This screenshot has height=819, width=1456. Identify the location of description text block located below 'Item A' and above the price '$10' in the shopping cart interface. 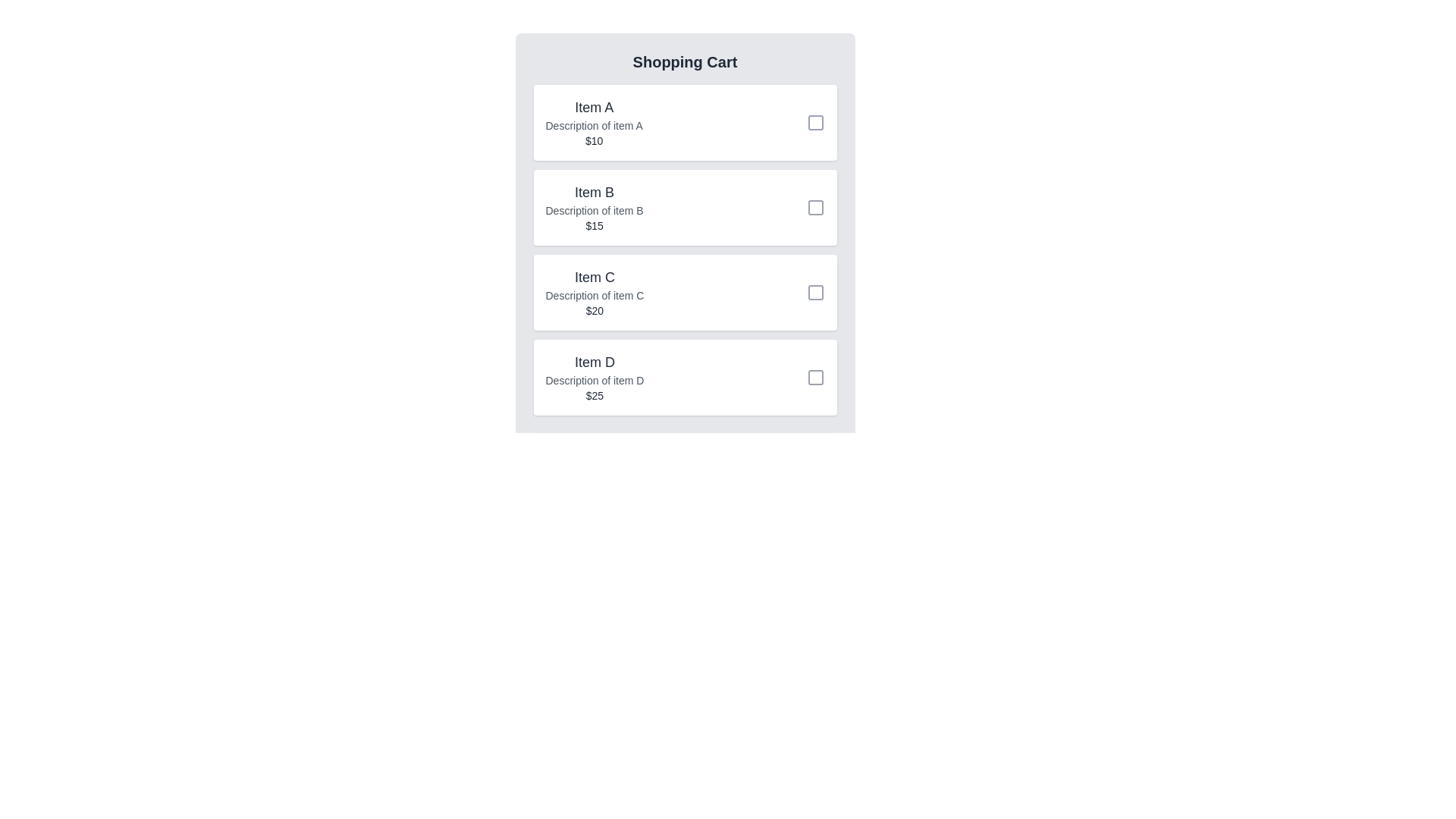
(593, 124).